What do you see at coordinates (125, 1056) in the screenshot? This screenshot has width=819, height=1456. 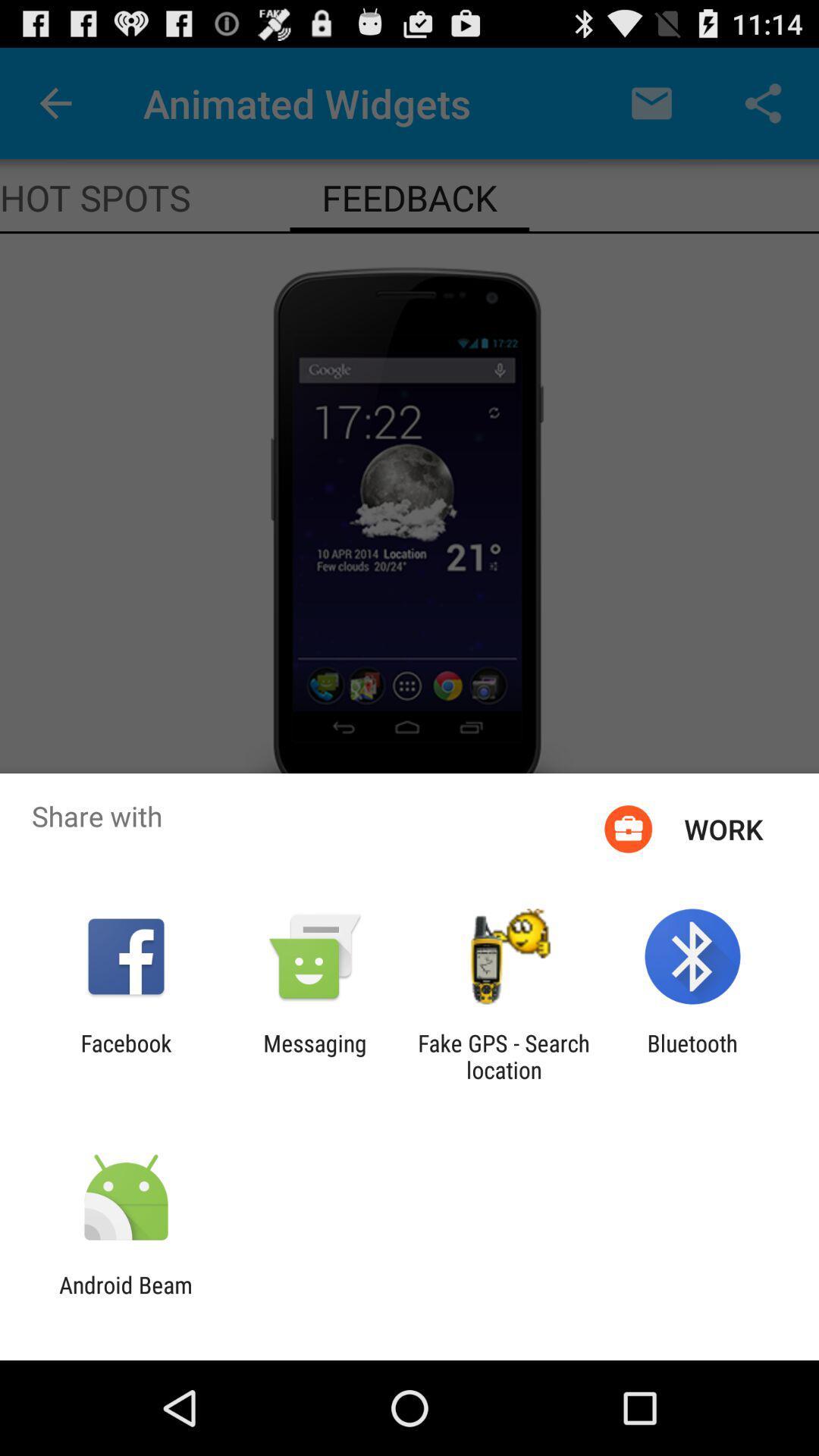 I see `facebook icon` at bounding box center [125, 1056].